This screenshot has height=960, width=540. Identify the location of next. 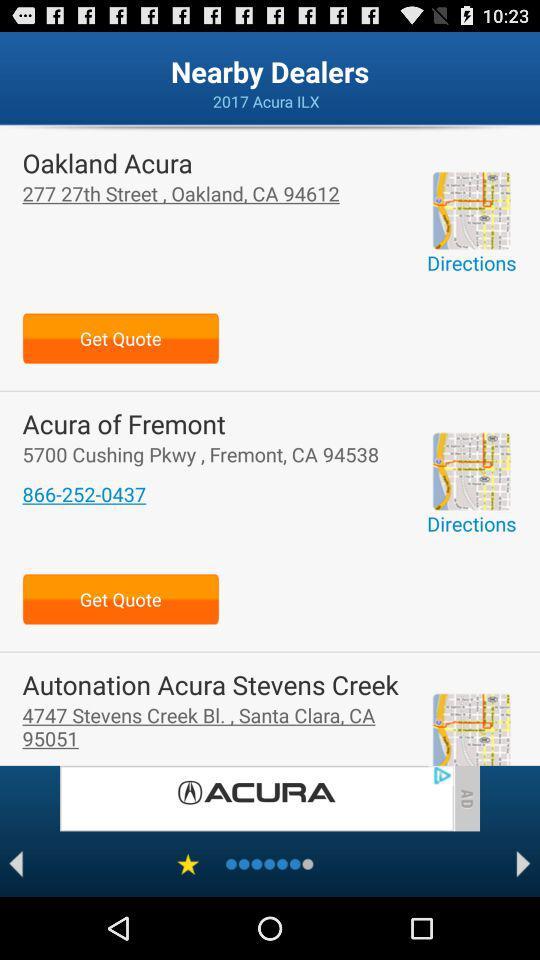
(523, 863).